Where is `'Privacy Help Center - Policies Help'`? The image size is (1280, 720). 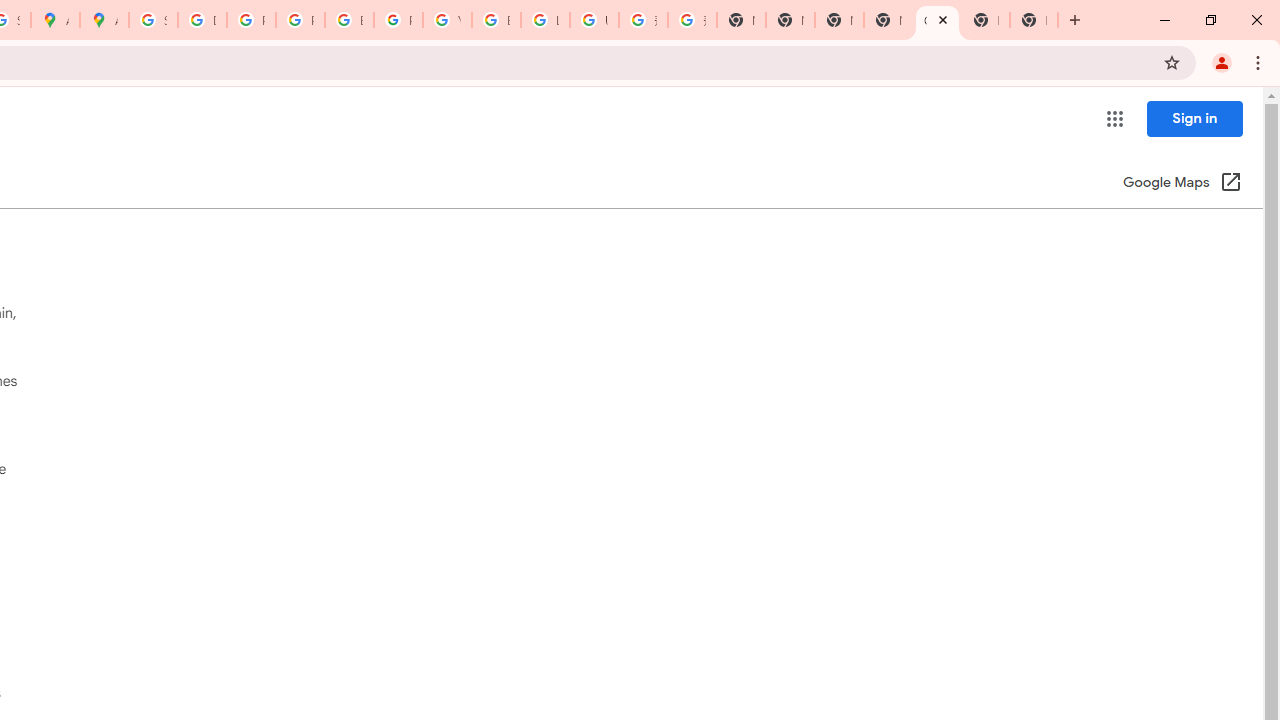
'Privacy Help Center - Policies Help' is located at coordinates (250, 20).